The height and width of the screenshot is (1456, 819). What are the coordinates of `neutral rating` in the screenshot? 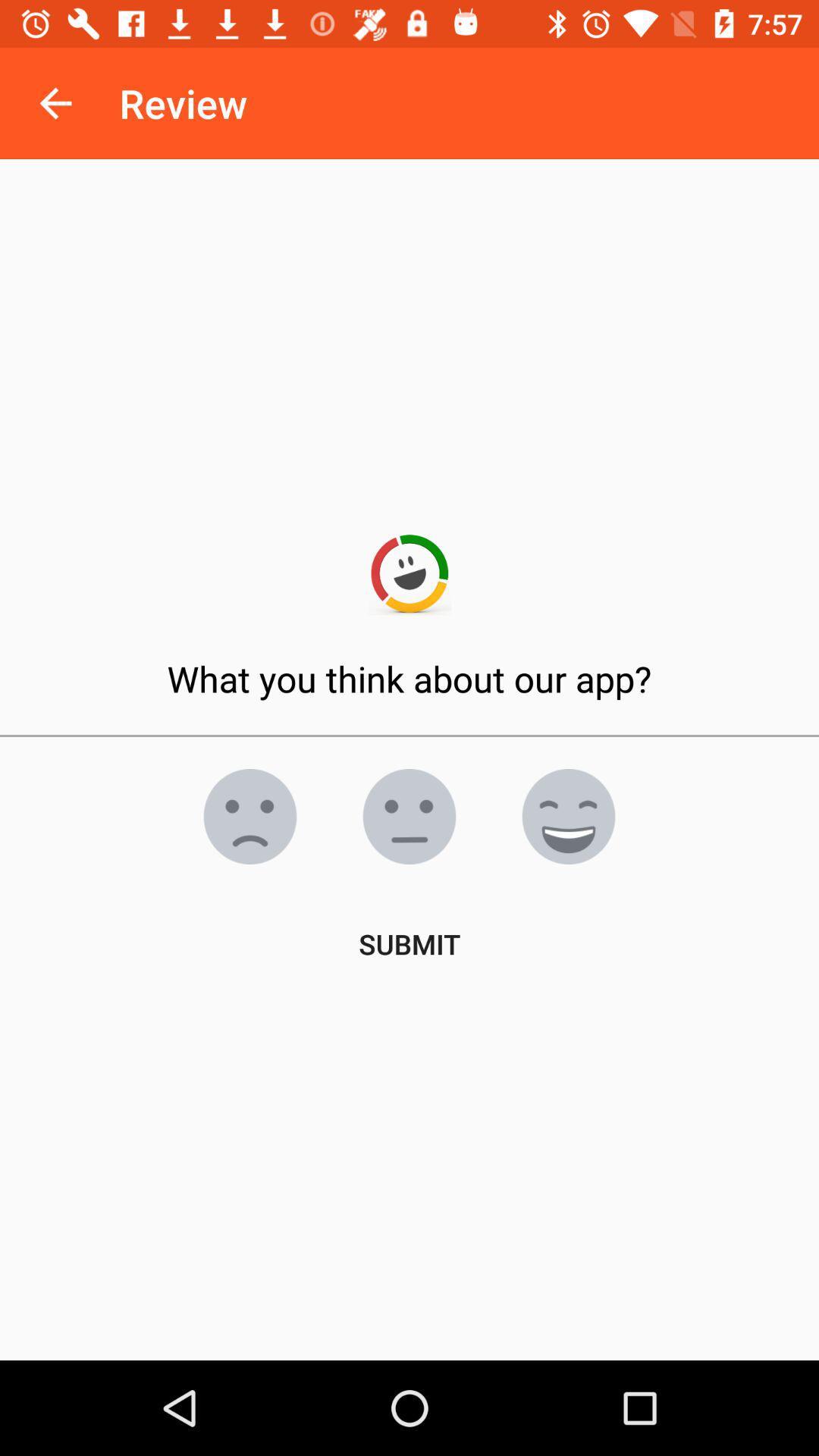 It's located at (409, 815).